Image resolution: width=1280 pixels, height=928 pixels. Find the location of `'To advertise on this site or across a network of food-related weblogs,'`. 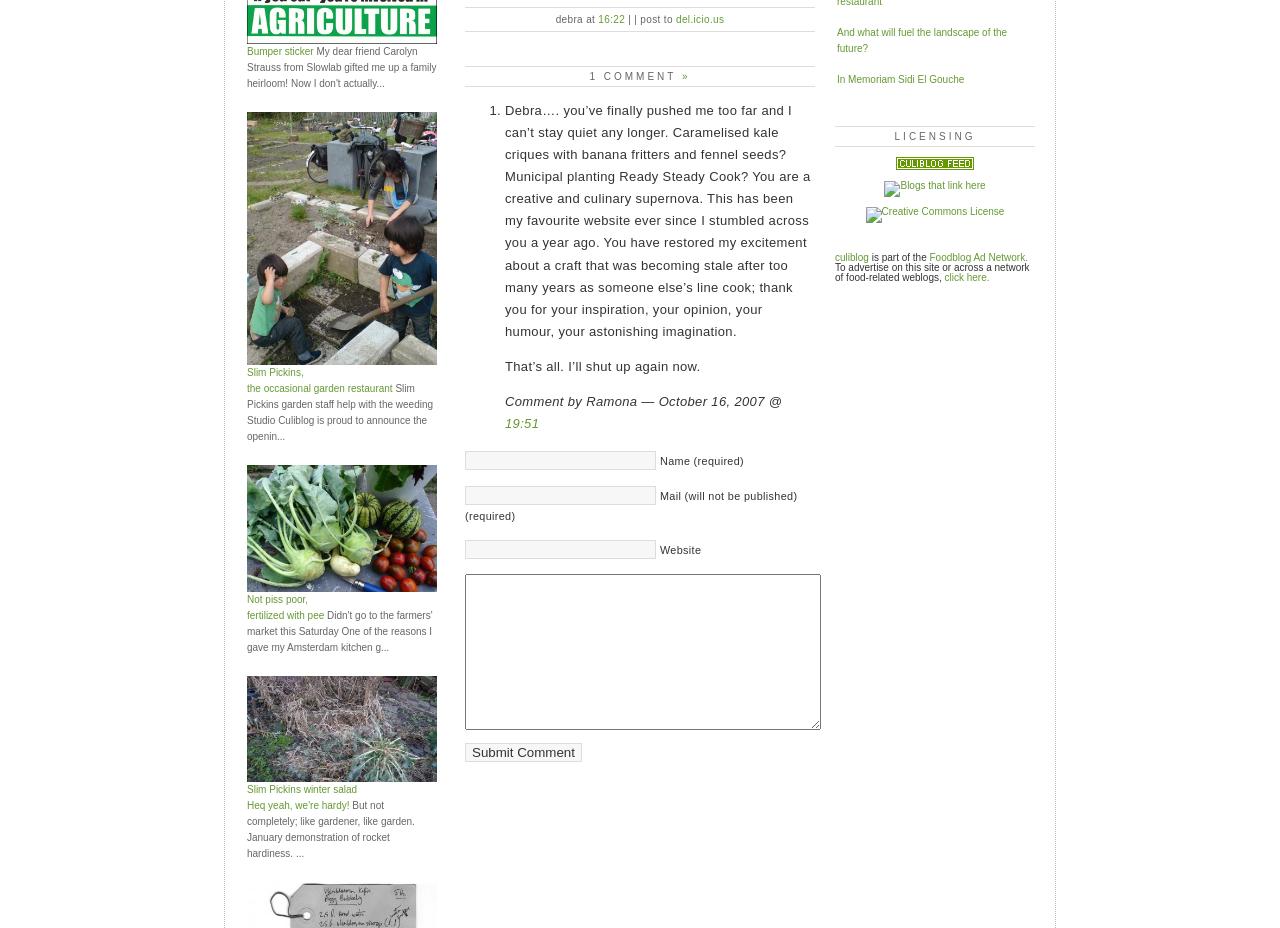

'To advertise on this site or across a network of food-related weblogs,' is located at coordinates (930, 270).